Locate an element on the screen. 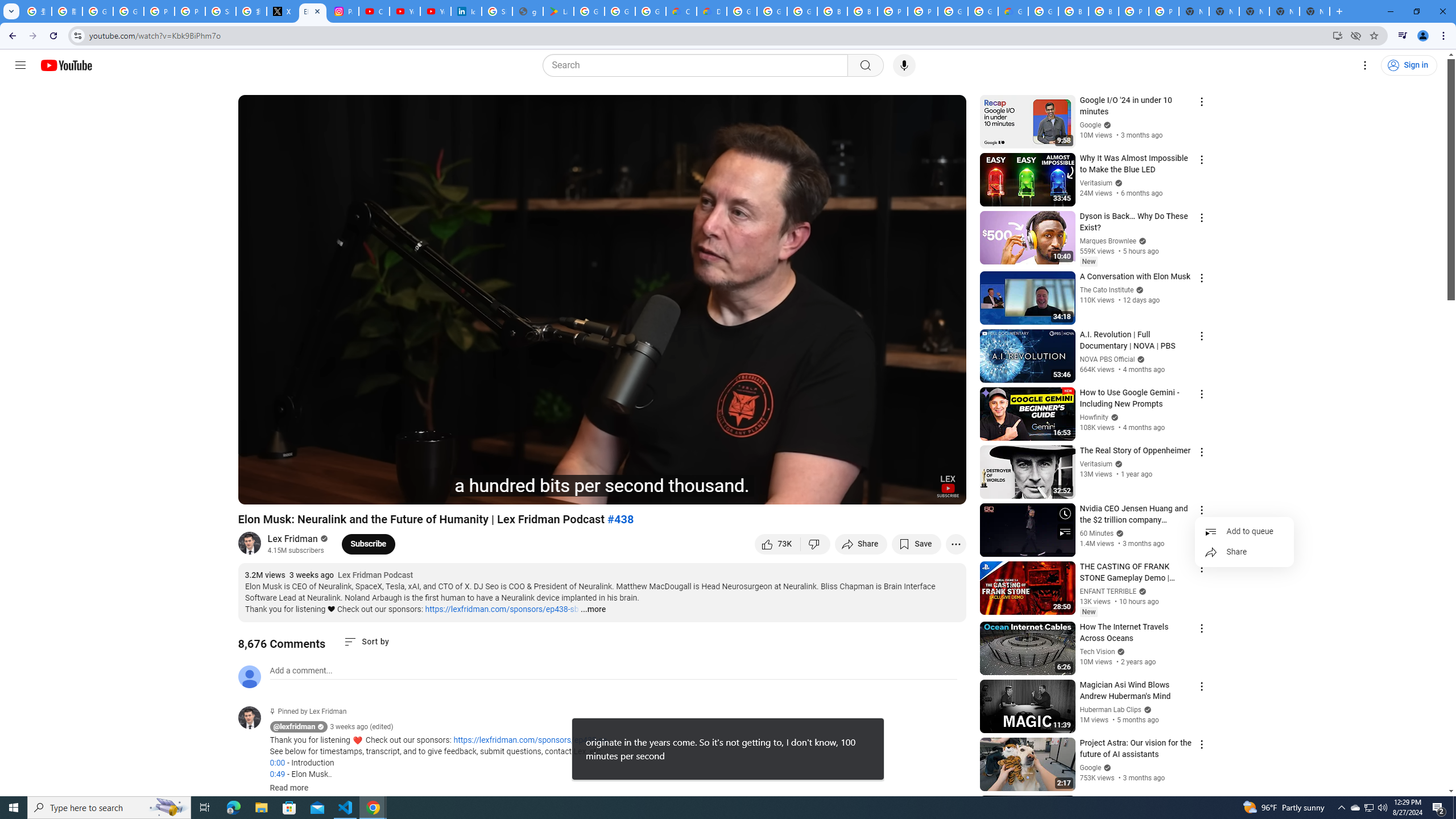 Image resolution: width=1456 pixels, height=819 pixels. 'Share' is located at coordinates (1243, 552).